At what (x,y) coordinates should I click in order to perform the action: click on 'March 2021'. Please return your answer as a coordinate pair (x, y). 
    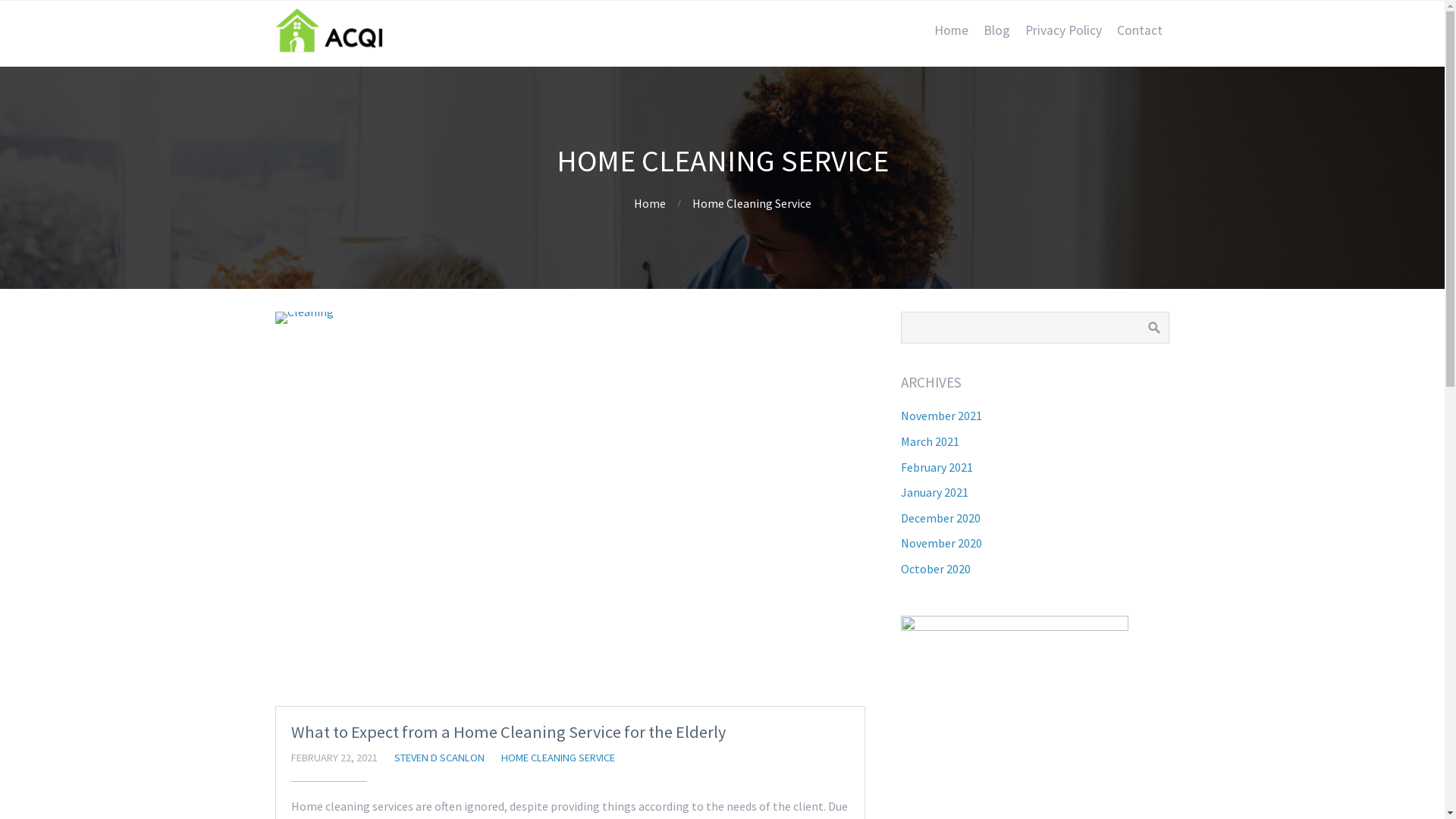
    Looking at the image, I should click on (929, 441).